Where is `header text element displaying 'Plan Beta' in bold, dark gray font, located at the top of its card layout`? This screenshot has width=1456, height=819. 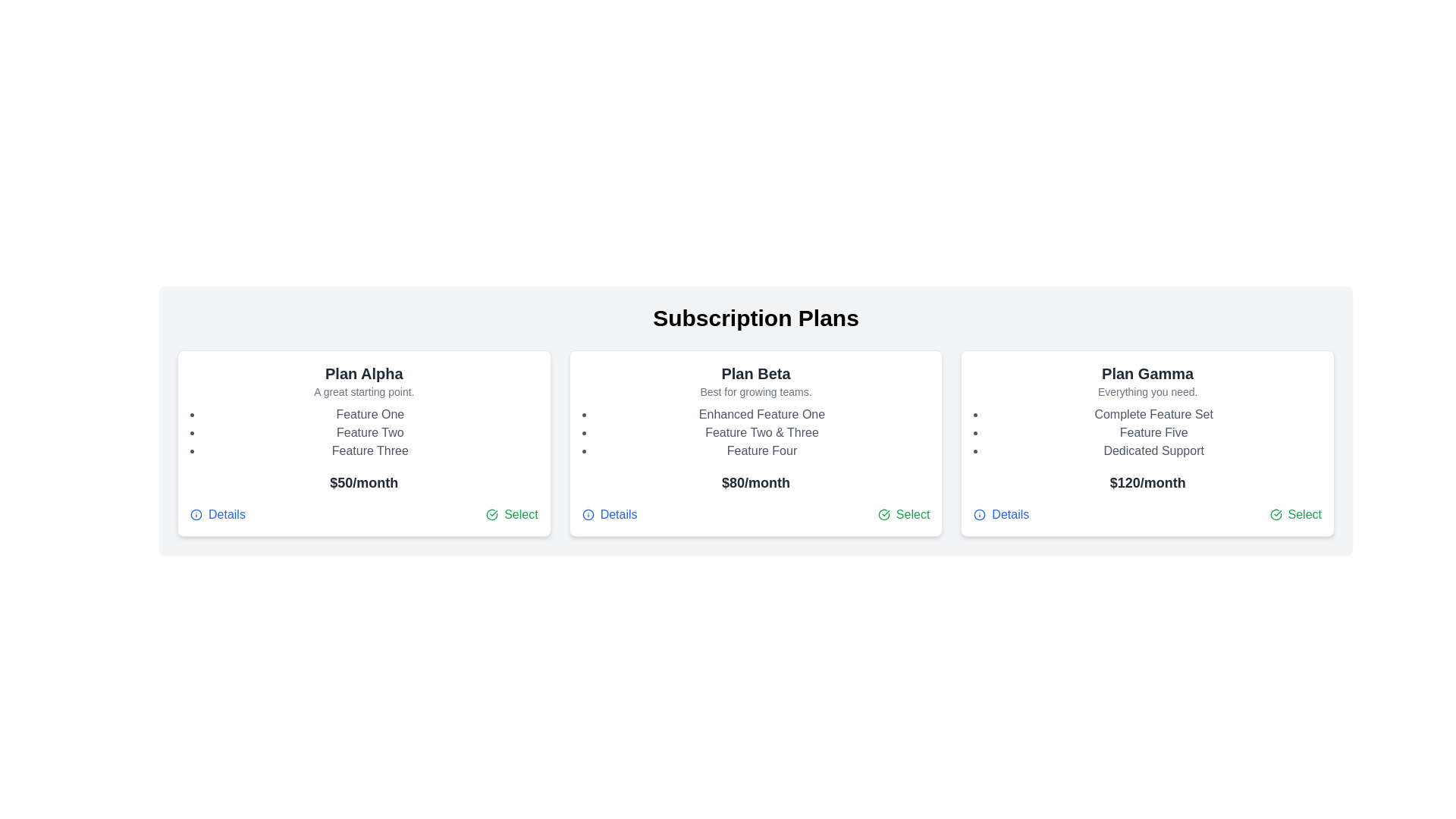
header text element displaying 'Plan Beta' in bold, dark gray font, located at the top of its card layout is located at coordinates (756, 374).